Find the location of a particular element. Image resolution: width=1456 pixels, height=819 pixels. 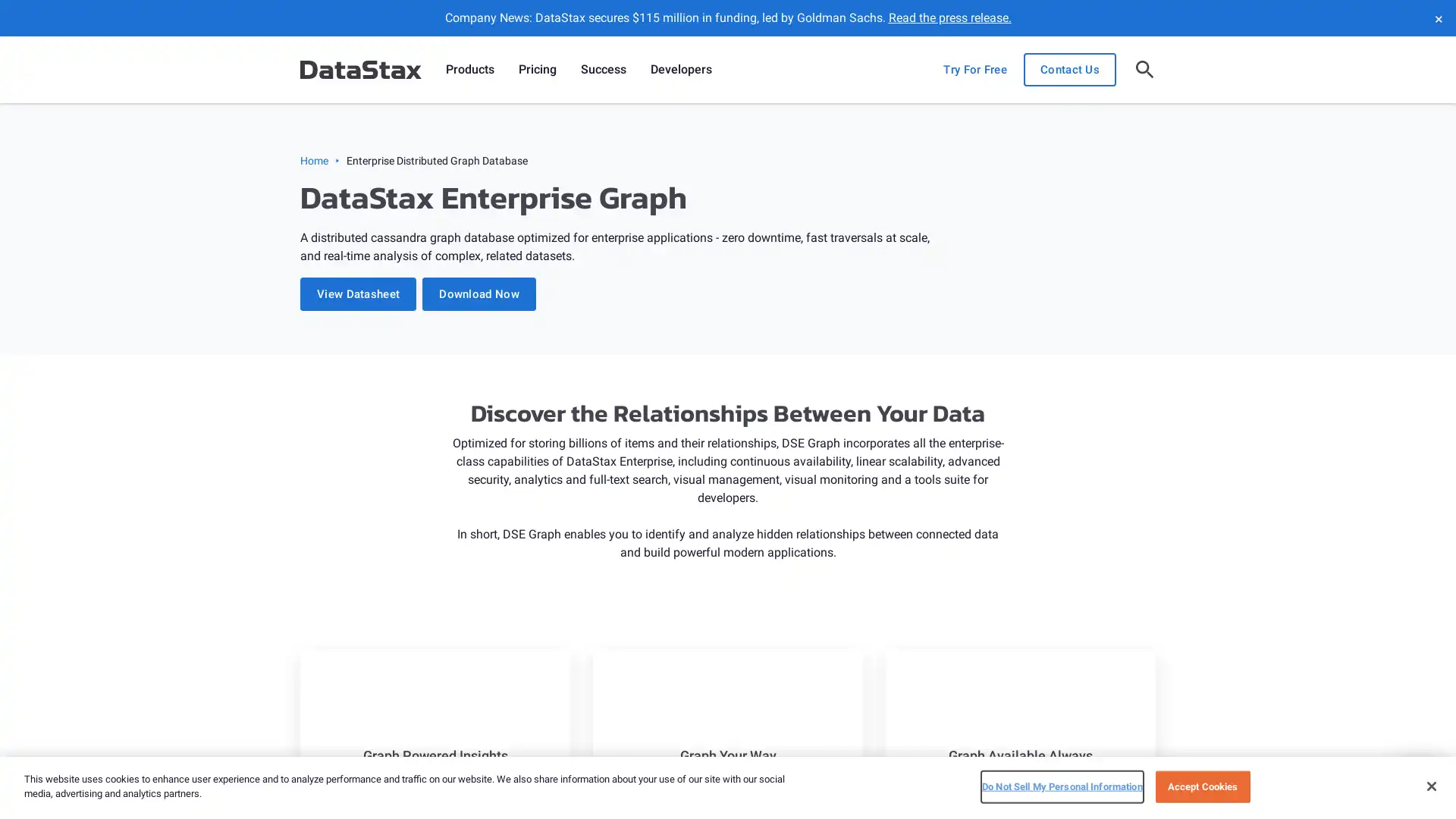

Success is located at coordinates (603, 70).